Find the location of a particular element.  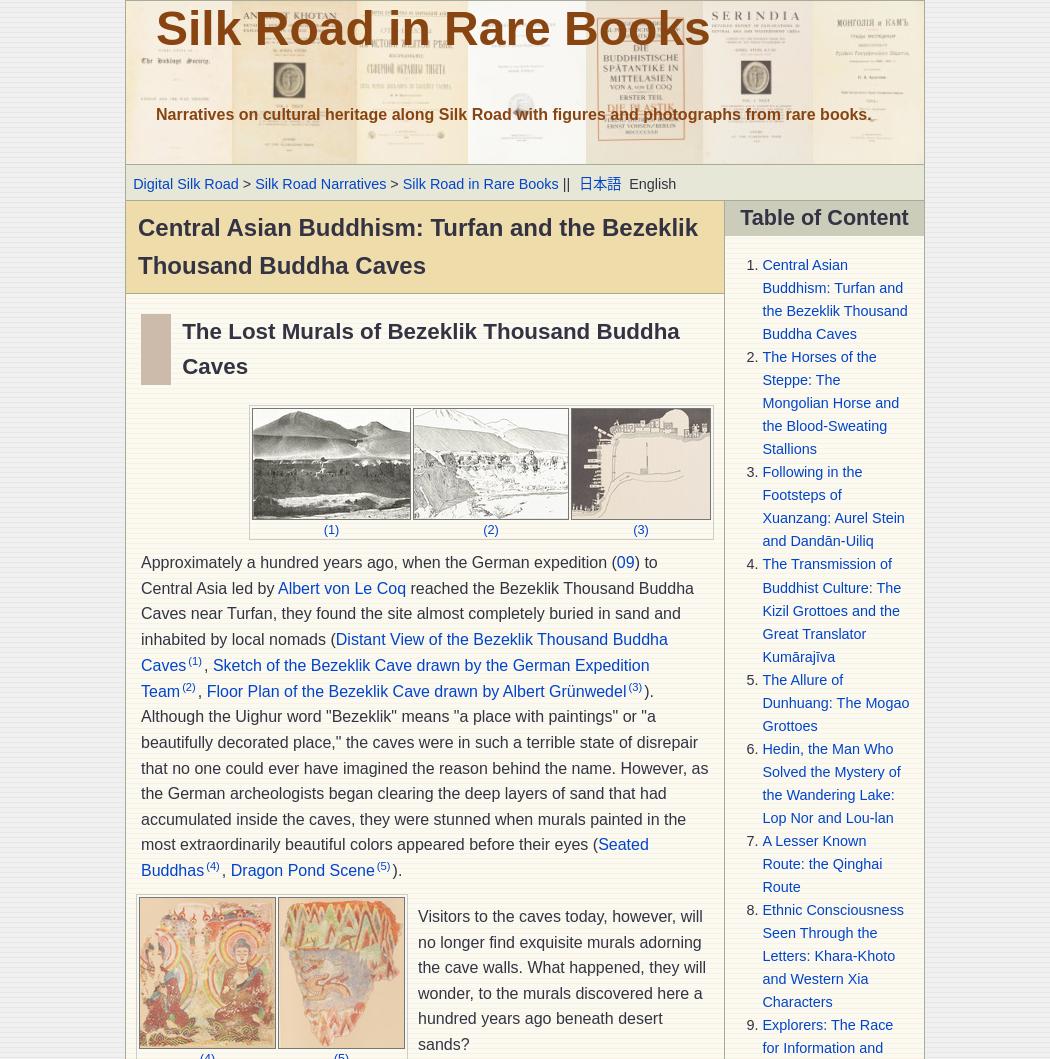

'Sketch of the Bezeklik Cave drawn by the German Expedition Team' is located at coordinates (140, 677).